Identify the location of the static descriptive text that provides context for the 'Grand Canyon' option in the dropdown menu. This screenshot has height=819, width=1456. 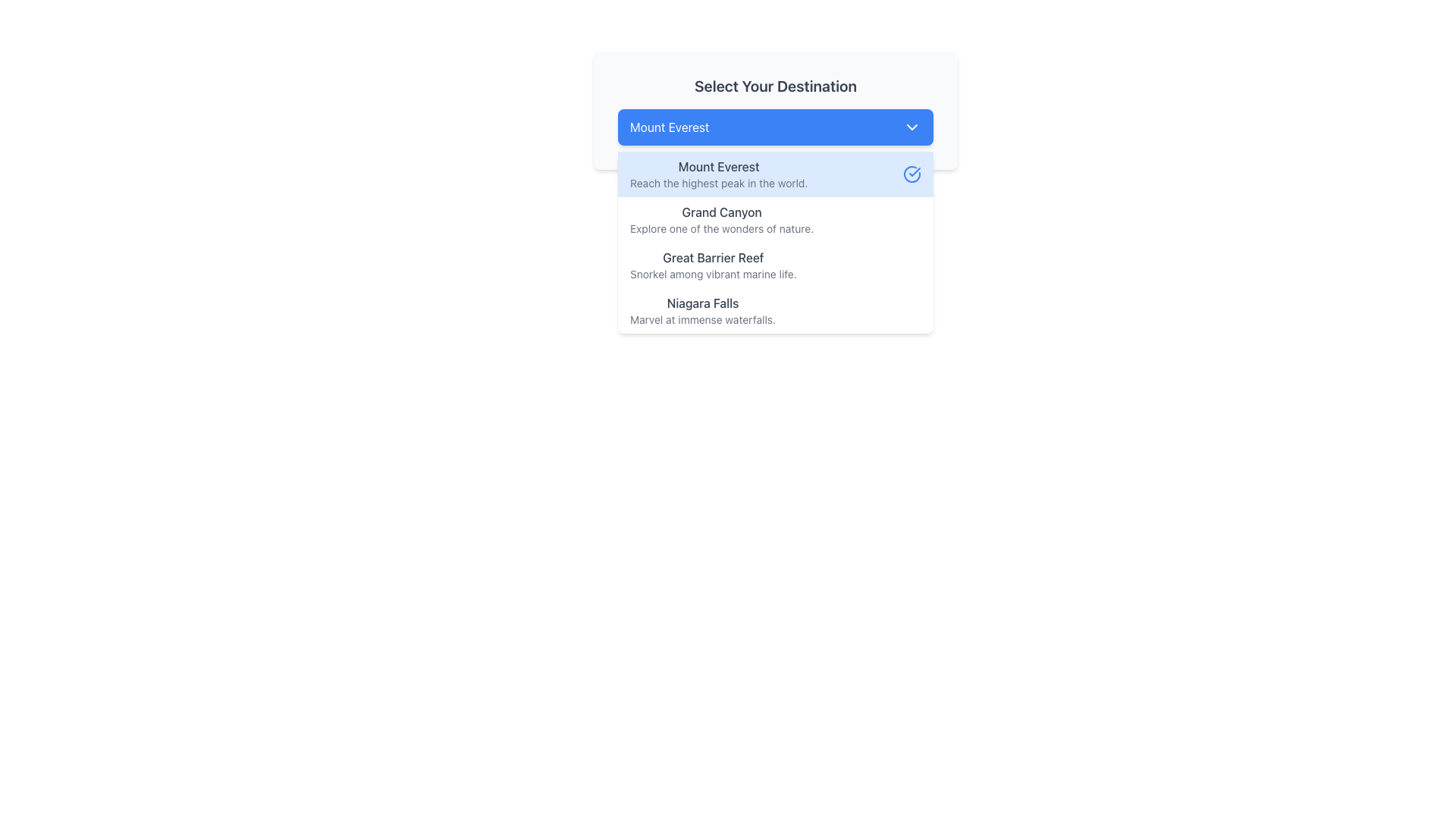
(721, 228).